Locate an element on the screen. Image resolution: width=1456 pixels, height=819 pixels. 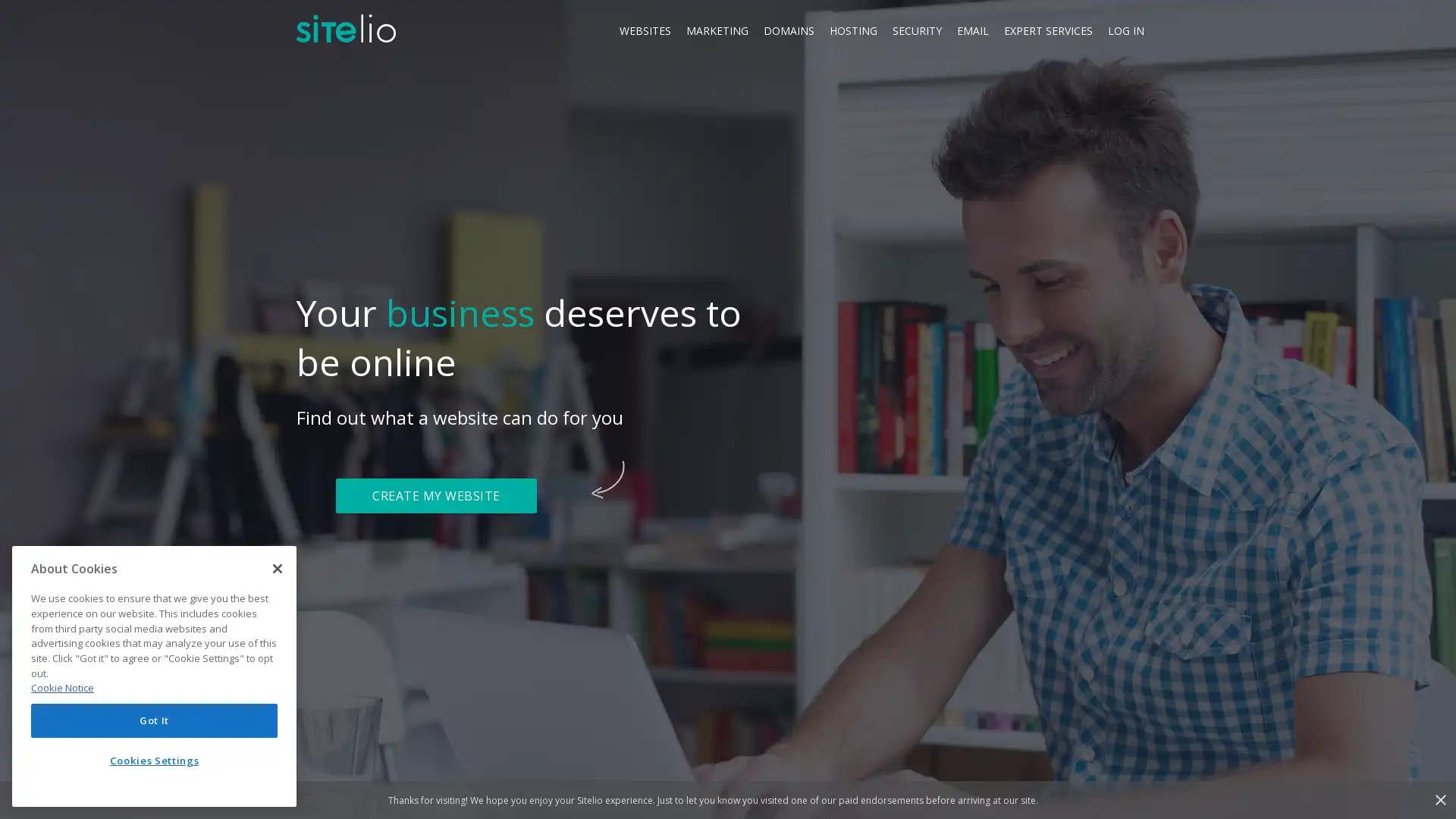
Close is located at coordinates (277, 568).